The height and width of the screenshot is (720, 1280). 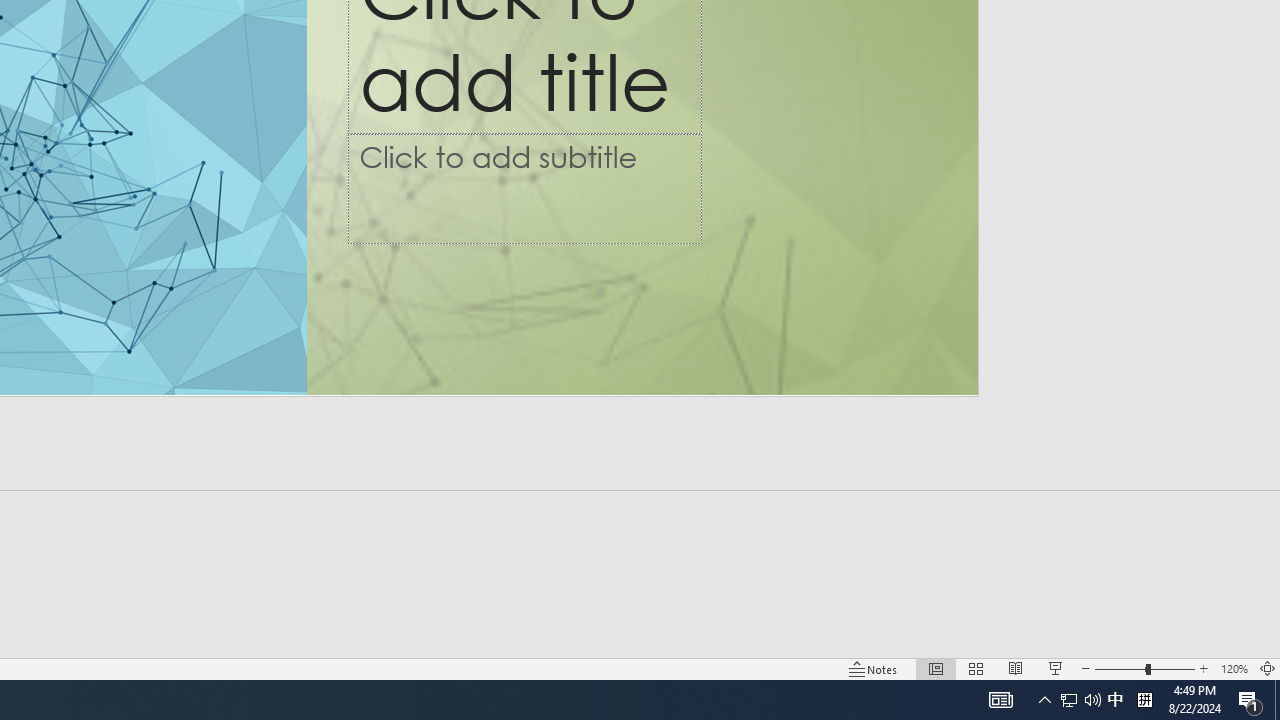 I want to click on 'Normal', so click(x=935, y=669).